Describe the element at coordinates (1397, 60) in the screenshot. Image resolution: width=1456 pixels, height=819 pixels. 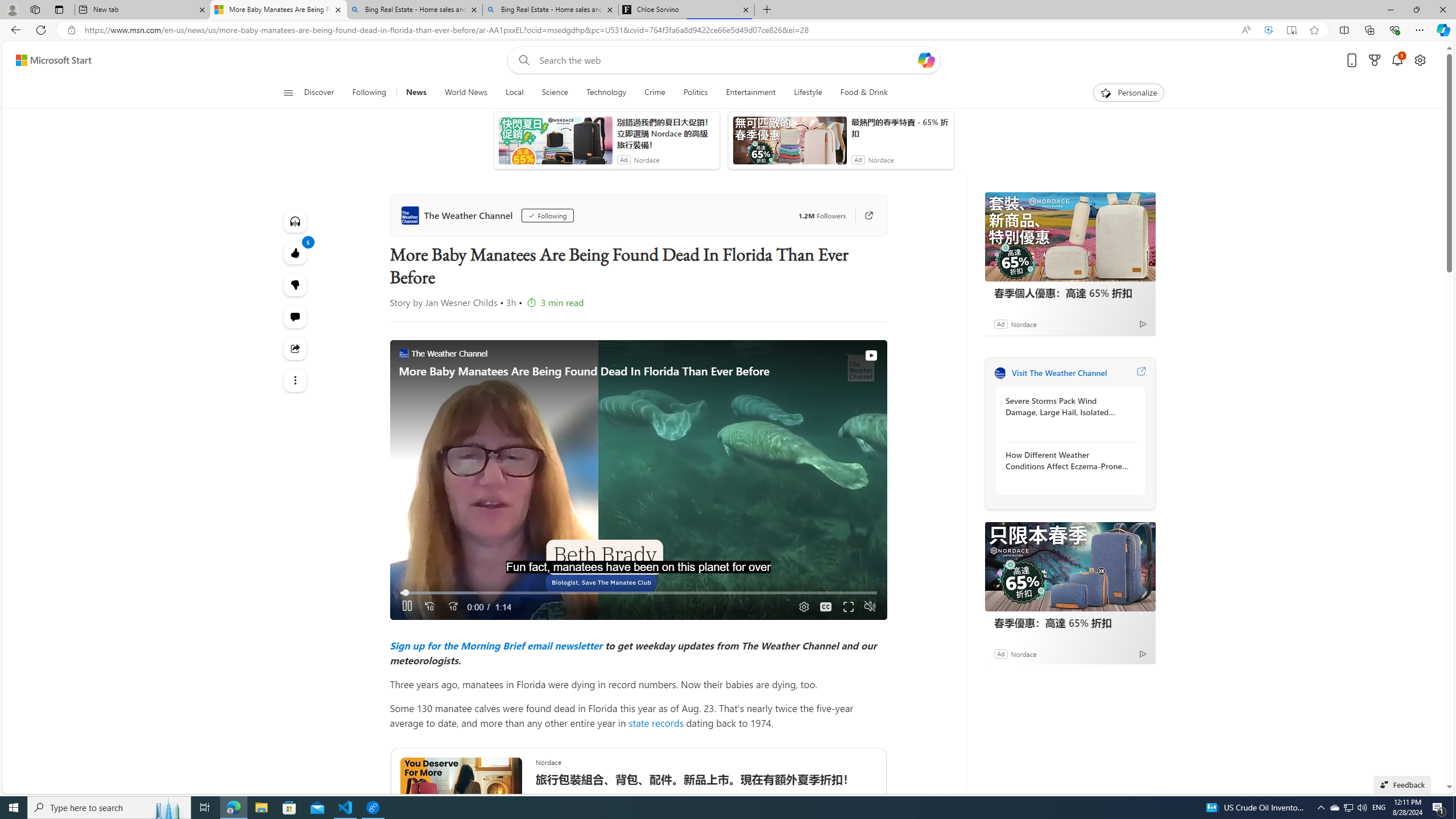
I see `'Notifications'` at that location.